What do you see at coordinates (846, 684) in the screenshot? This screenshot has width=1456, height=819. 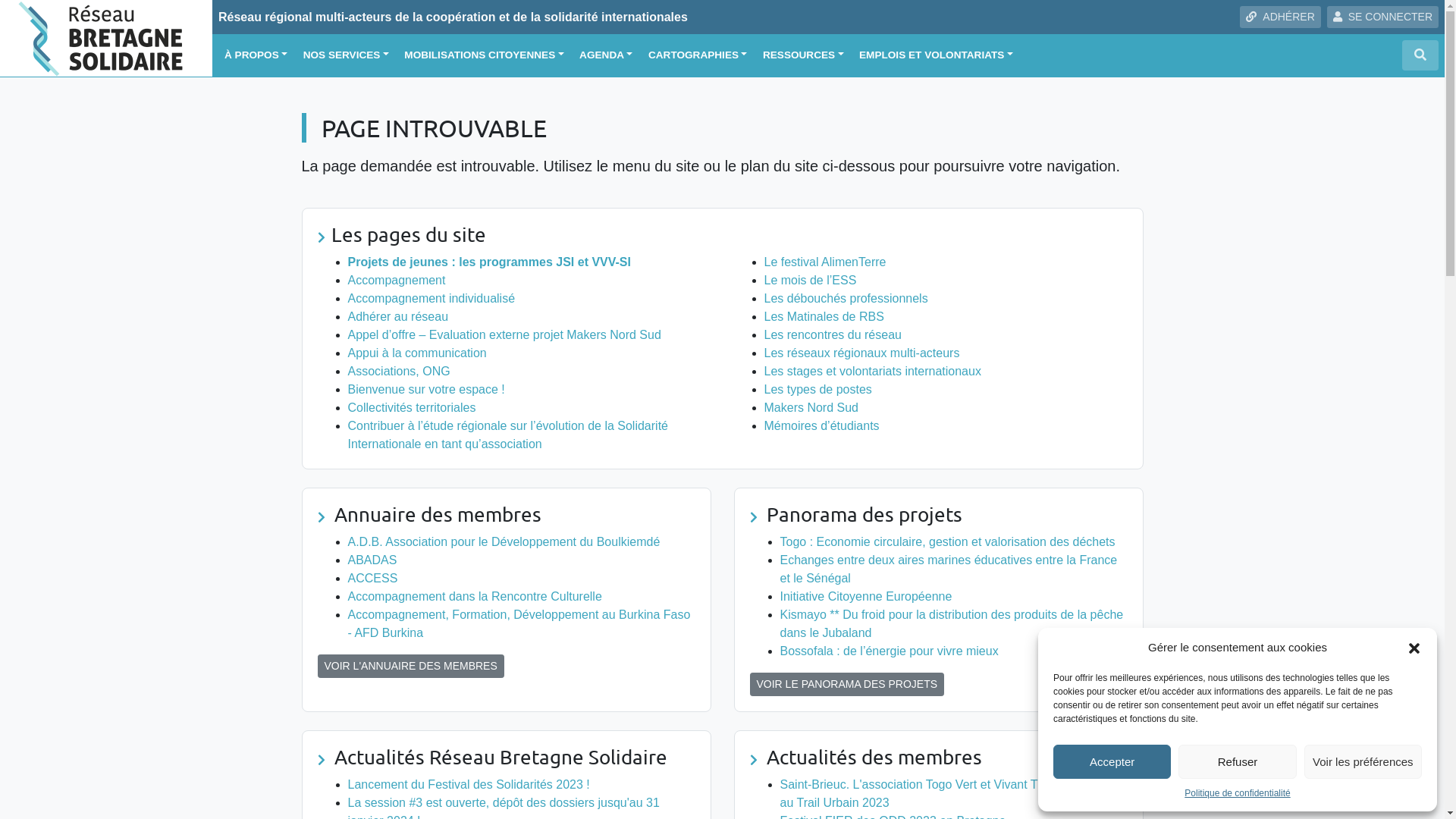 I see `'VOIR LE PANORAMA DES PROJETS'` at bounding box center [846, 684].